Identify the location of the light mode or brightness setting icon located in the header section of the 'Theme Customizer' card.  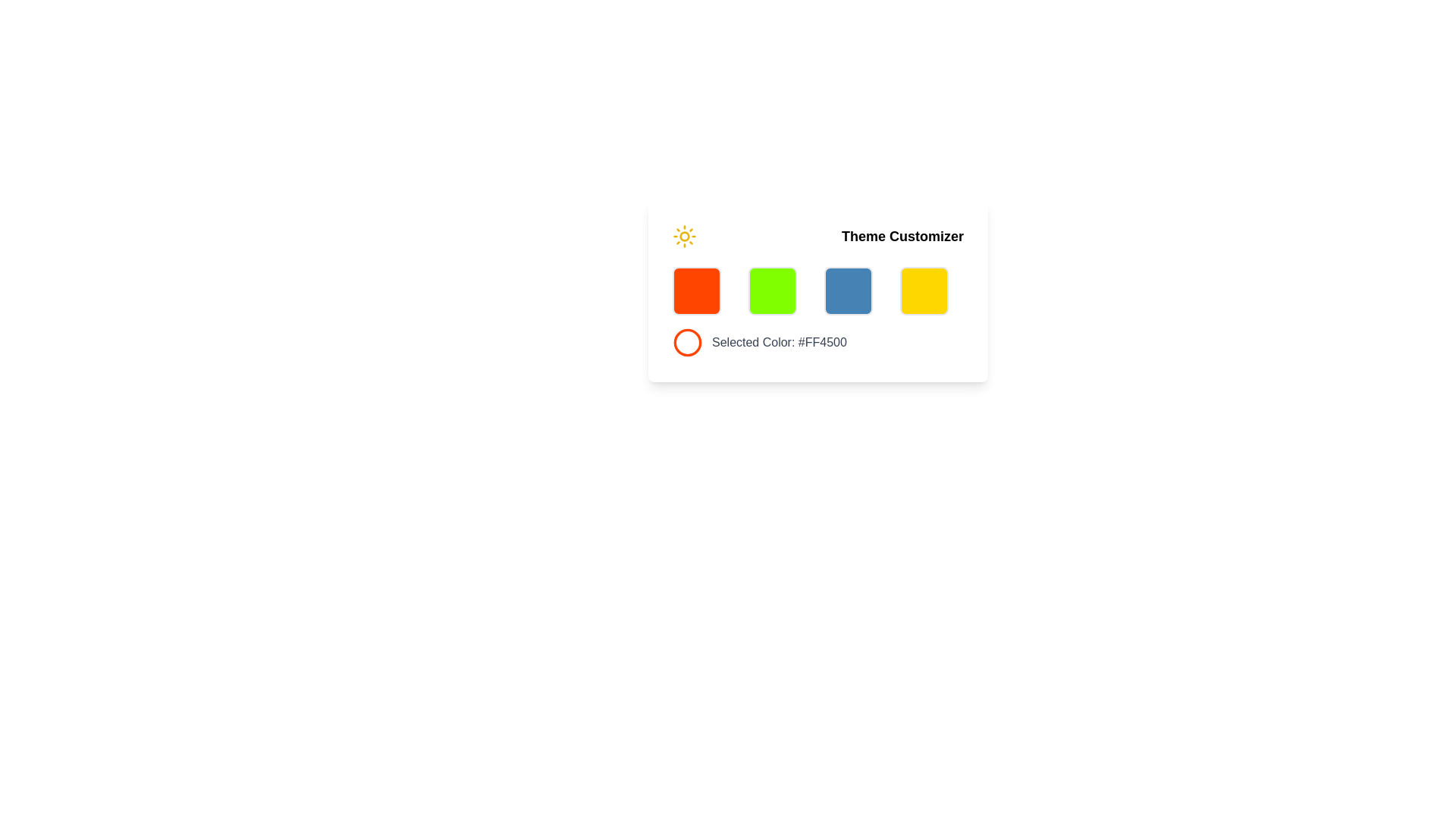
(683, 237).